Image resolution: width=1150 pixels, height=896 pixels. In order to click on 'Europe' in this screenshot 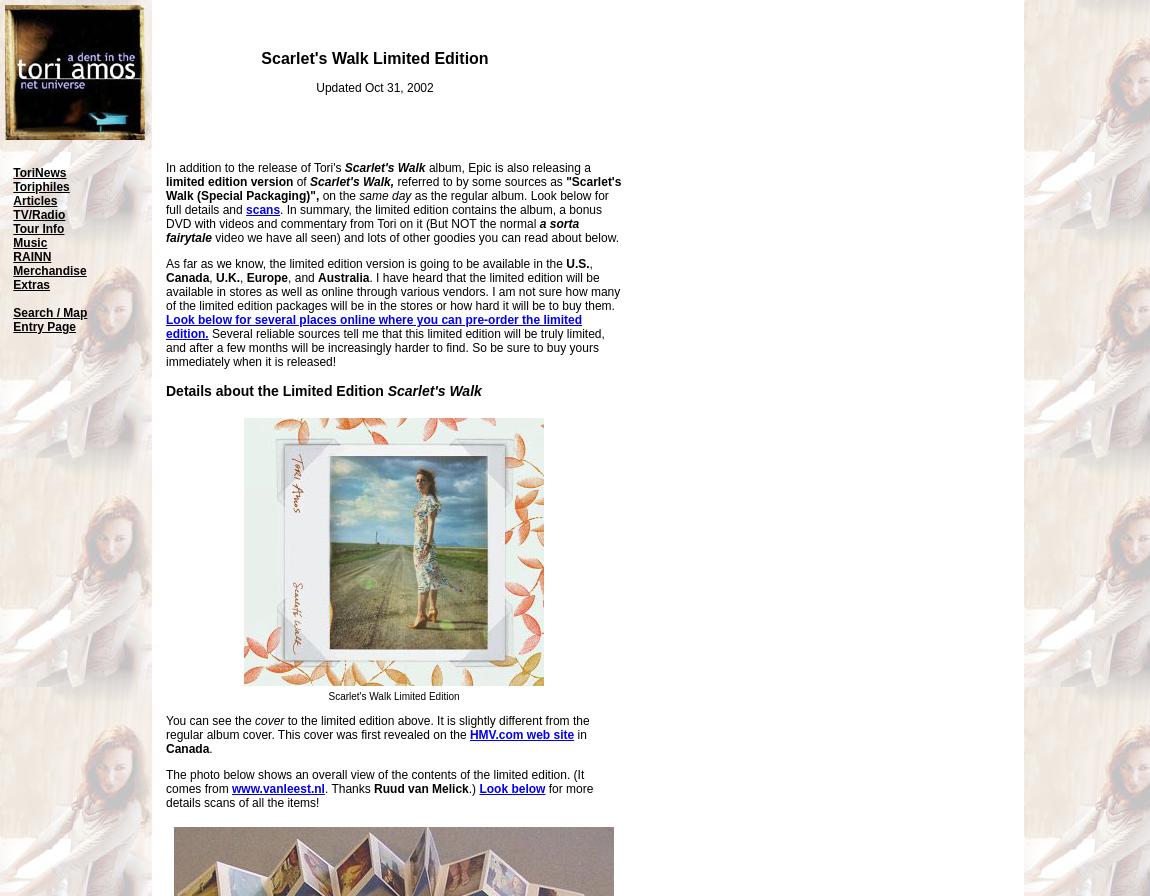, I will do `click(244, 278)`.